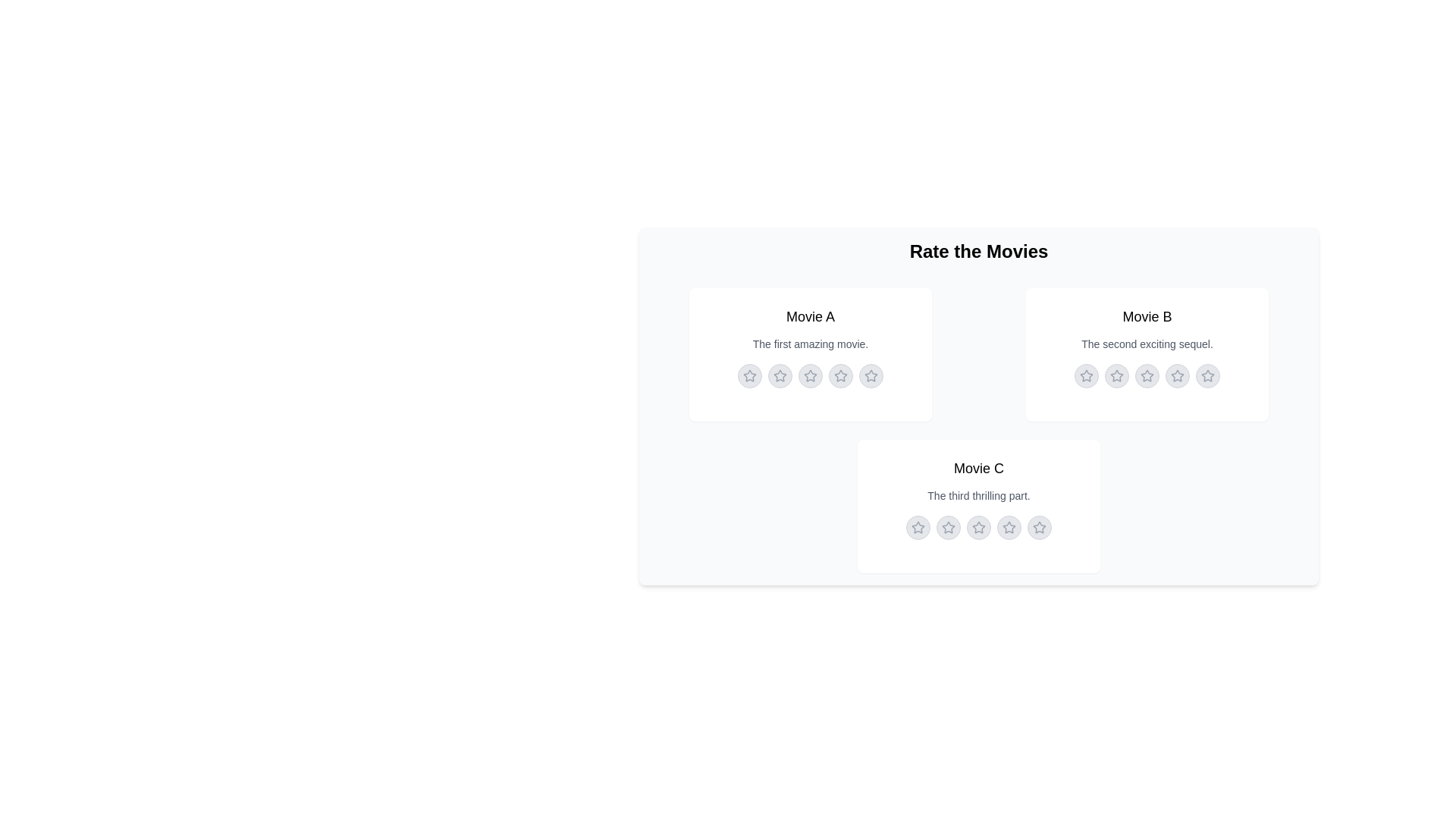 The width and height of the screenshot is (1456, 819). What do you see at coordinates (780, 375) in the screenshot?
I see `the second clickable rating star icon under the 'Movie A' section` at bounding box center [780, 375].